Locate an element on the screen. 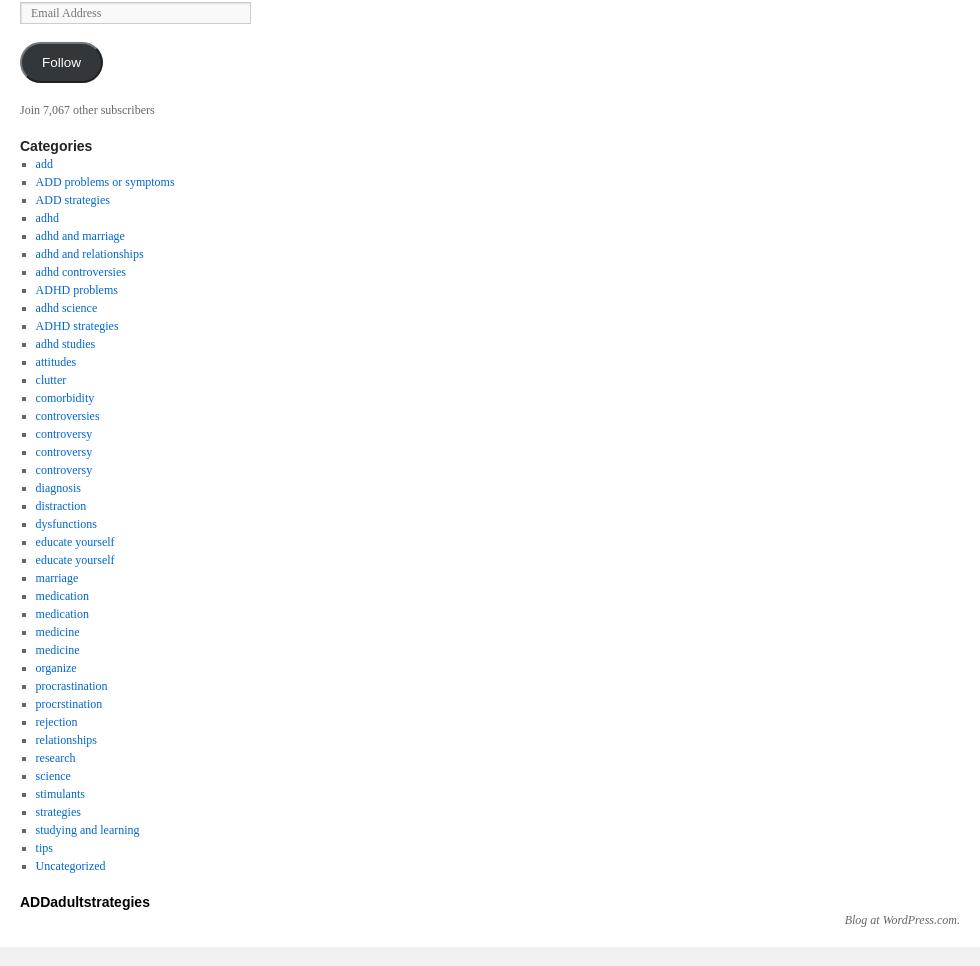 Image resolution: width=980 pixels, height=966 pixels. 'adhd controversies' is located at coordinates (79, 270).